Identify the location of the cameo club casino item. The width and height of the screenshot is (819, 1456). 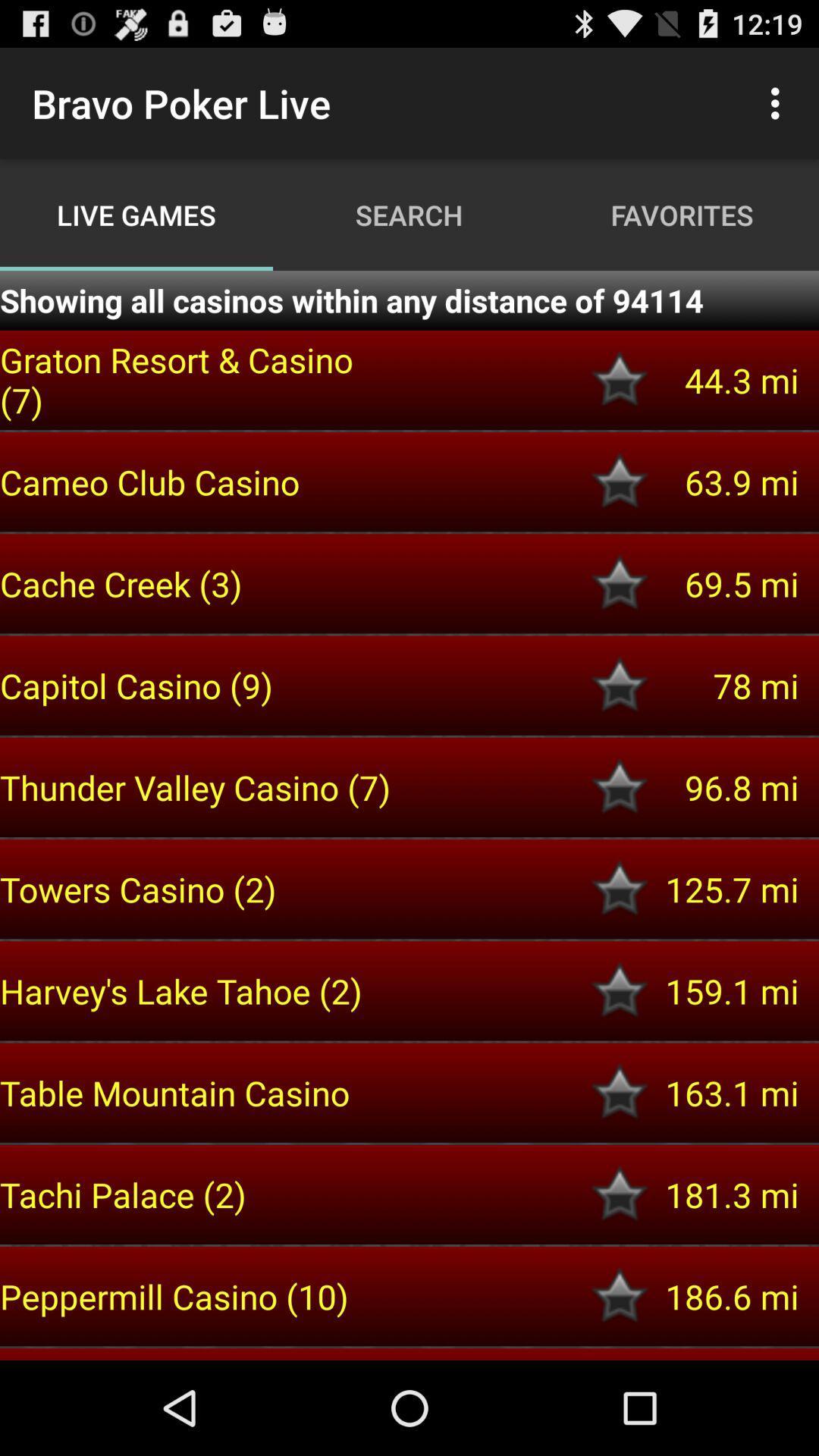
(198, 481).